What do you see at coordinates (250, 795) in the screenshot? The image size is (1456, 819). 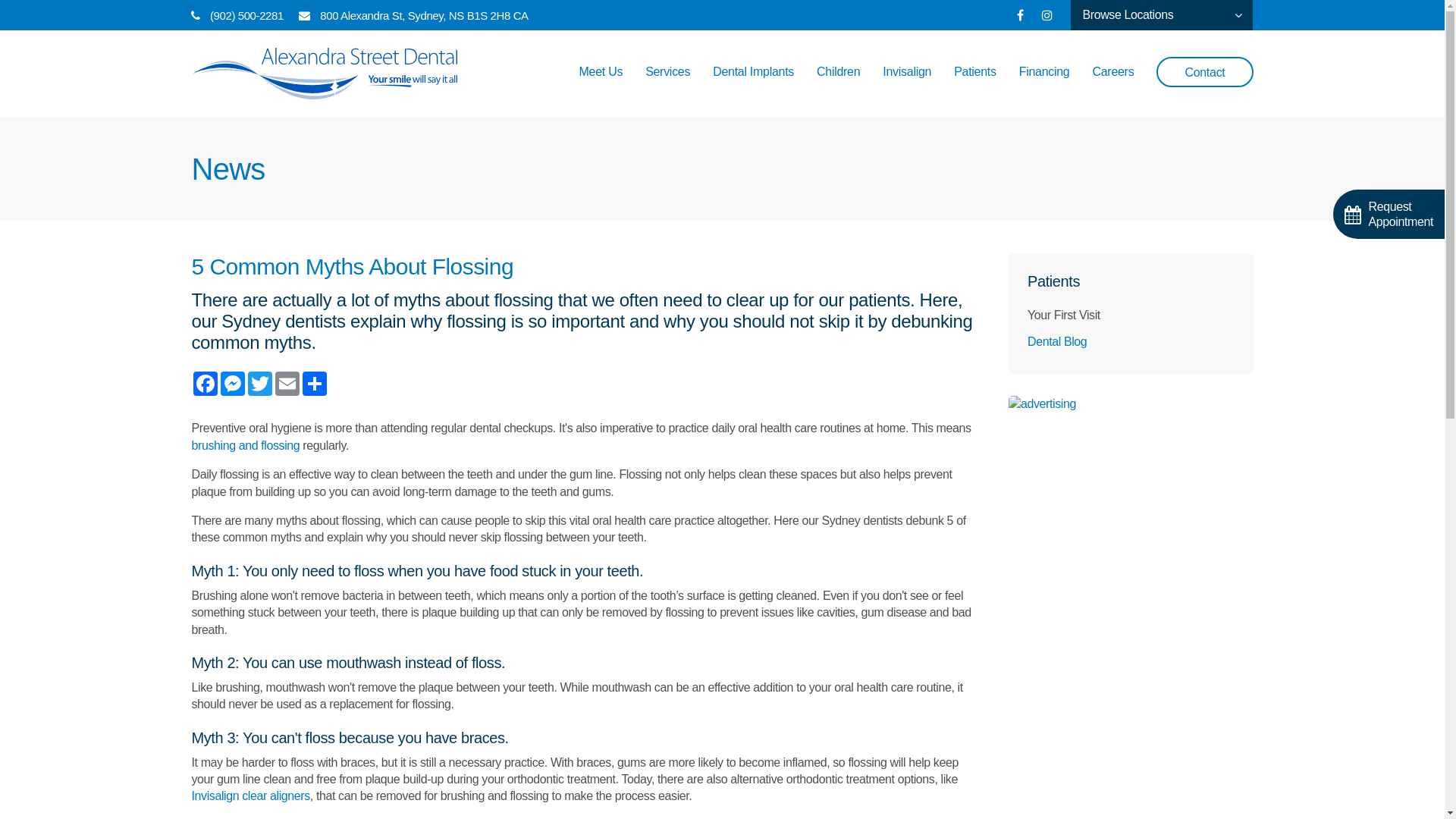 I see `'Invisalign clear aligners'` at bounding box center [250, 795].